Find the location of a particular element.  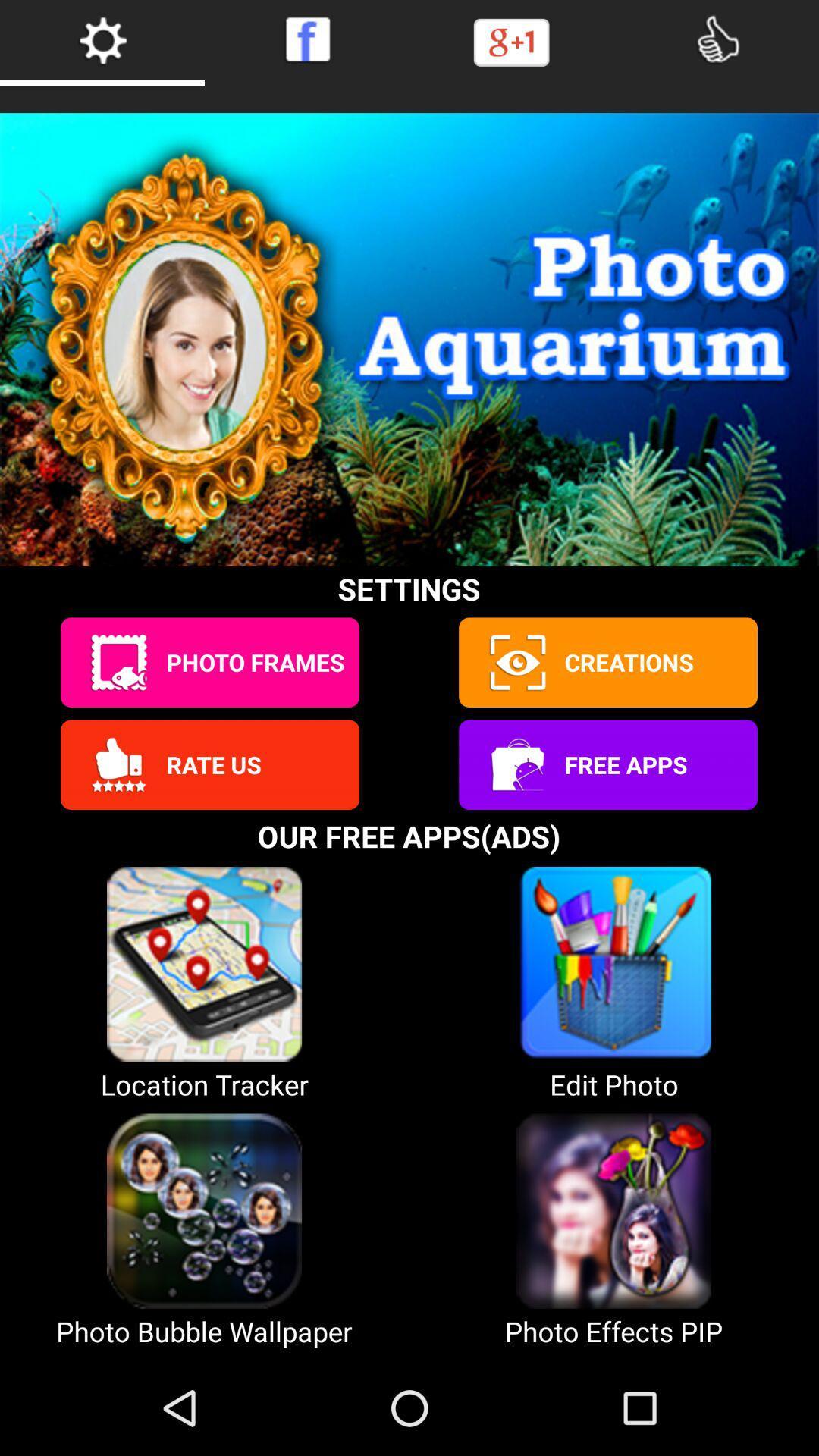

photo frame is located at coordinates (118, 662).